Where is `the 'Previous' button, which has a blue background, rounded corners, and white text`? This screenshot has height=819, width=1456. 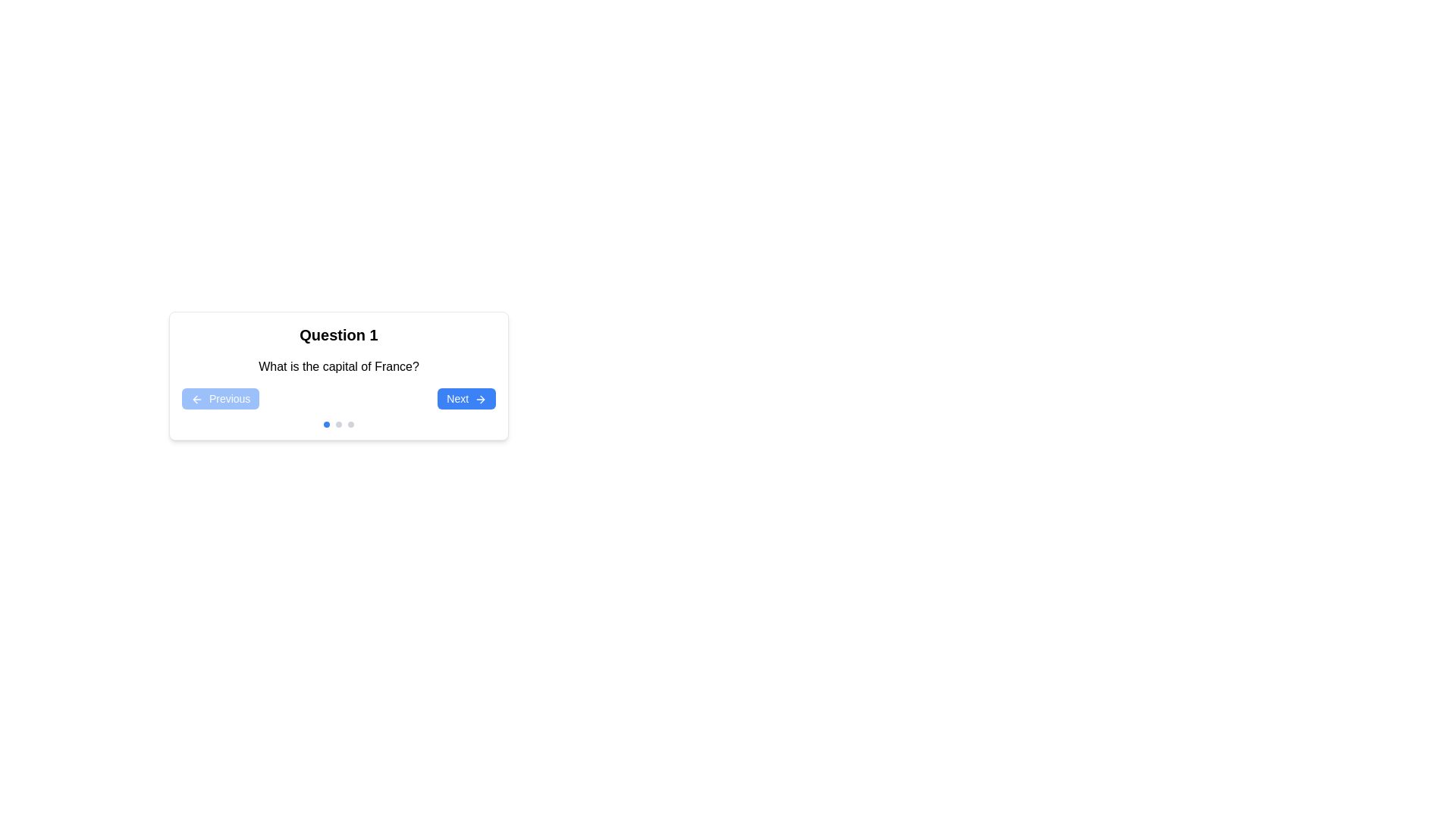 the 'Previous' button, which has a blue background, rounded corners, and white text is located at coordinates (220, 397).